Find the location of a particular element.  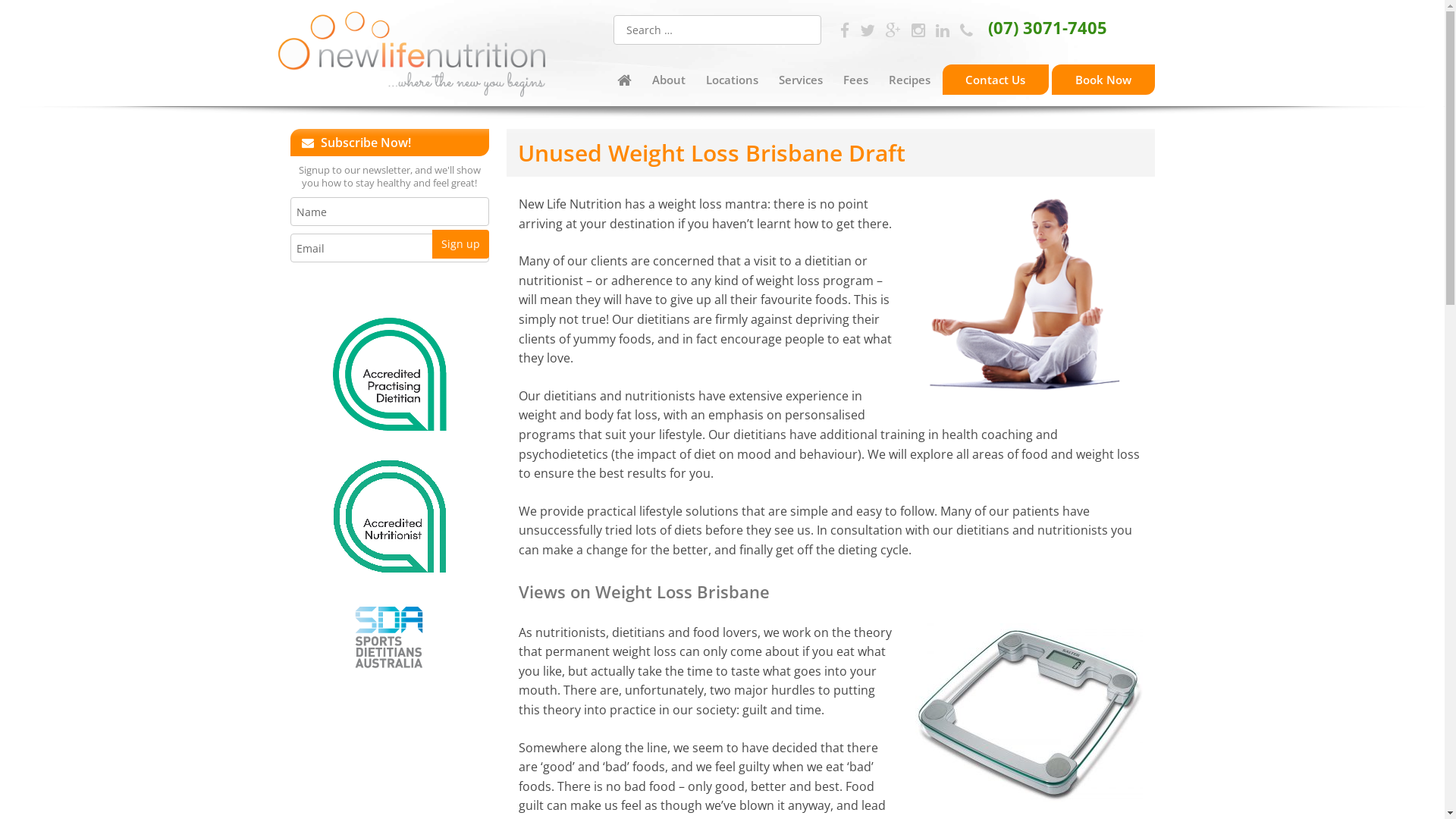

'Book Now' is located at coordinates (1103, 79).